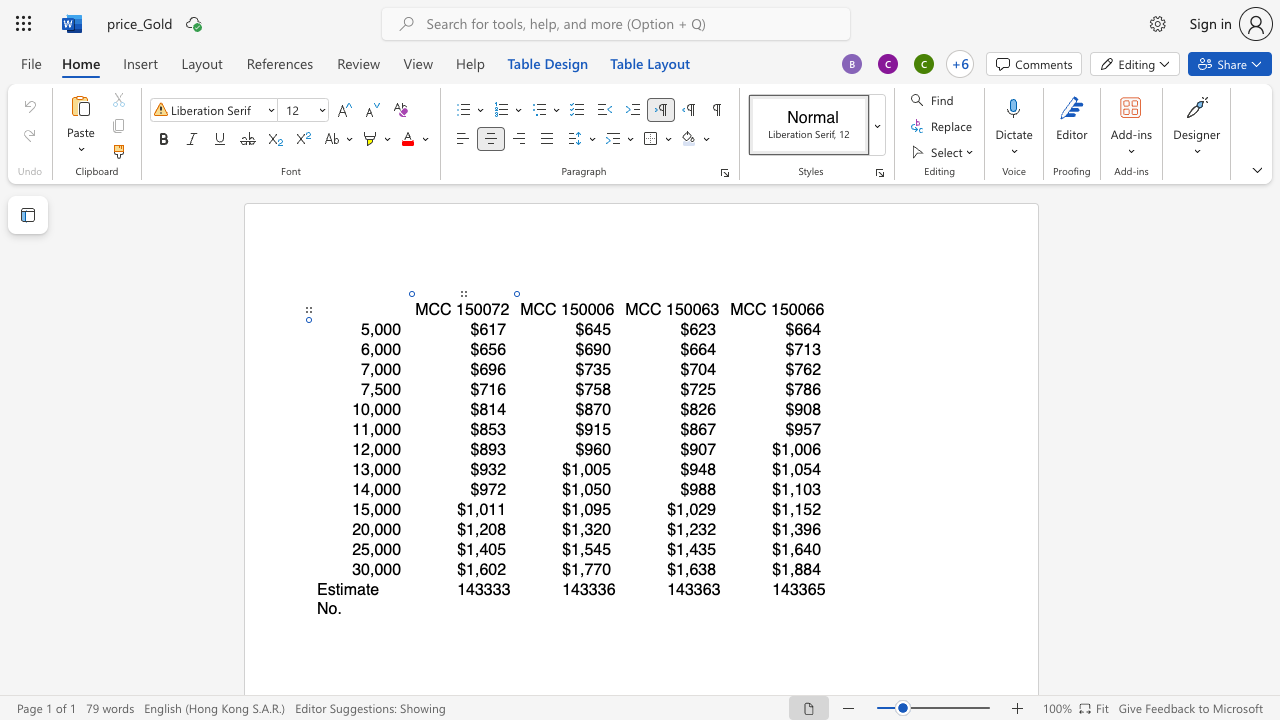 The height and width of the screenshot is (720, 1280). What do you see at coordinates (796, 309) in the screenshot?
I see `the space between the continuous character "0" and "0" in the text` at bounding box center [796, 309].